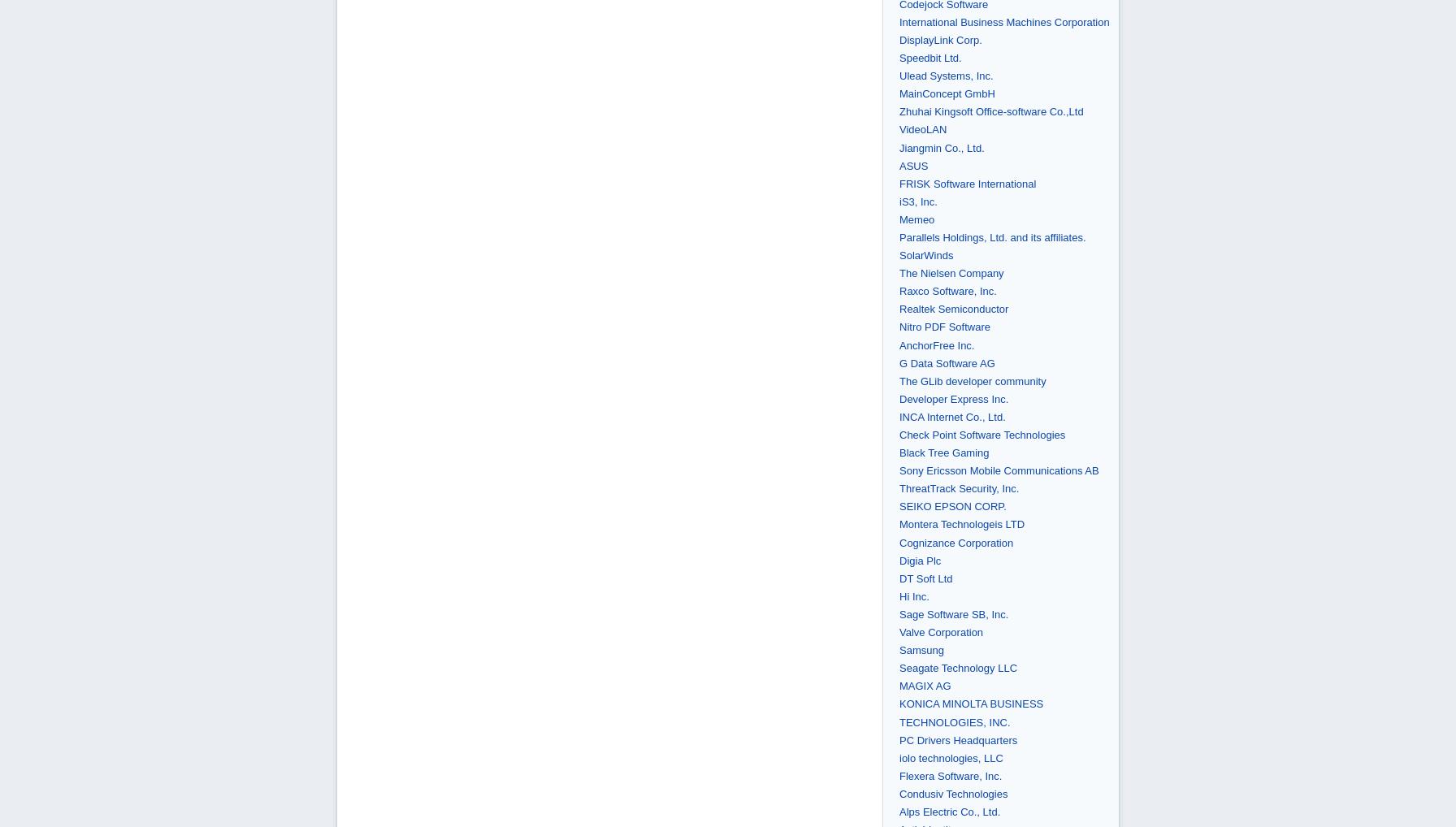 This screenshot has height=827, width=1456. Describe the element at coordinates (899, 811) in the screenshot. I see `'Alps Electric Co., Ltd.'` at that location.